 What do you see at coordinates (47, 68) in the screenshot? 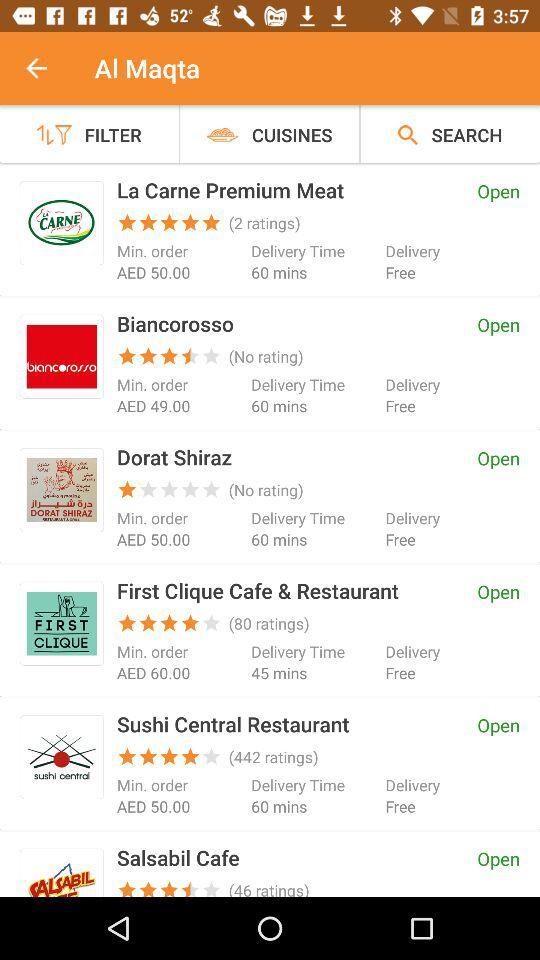
I see `go back` at bounding box center [47, 68].